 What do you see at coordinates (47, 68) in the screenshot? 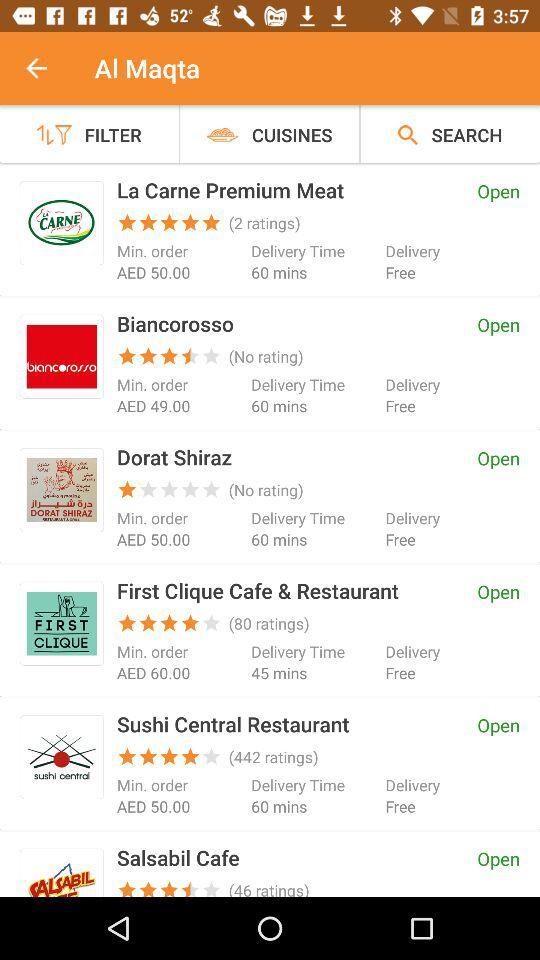
I see `go back` at bounding box center [47, 68].